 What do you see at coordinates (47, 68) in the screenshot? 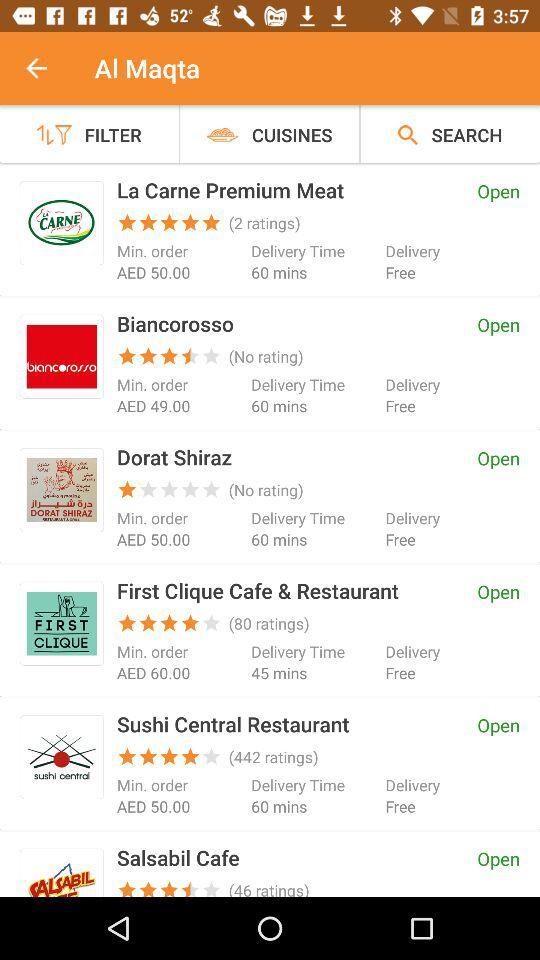
I see `go back` at bounding box center [47, 68].